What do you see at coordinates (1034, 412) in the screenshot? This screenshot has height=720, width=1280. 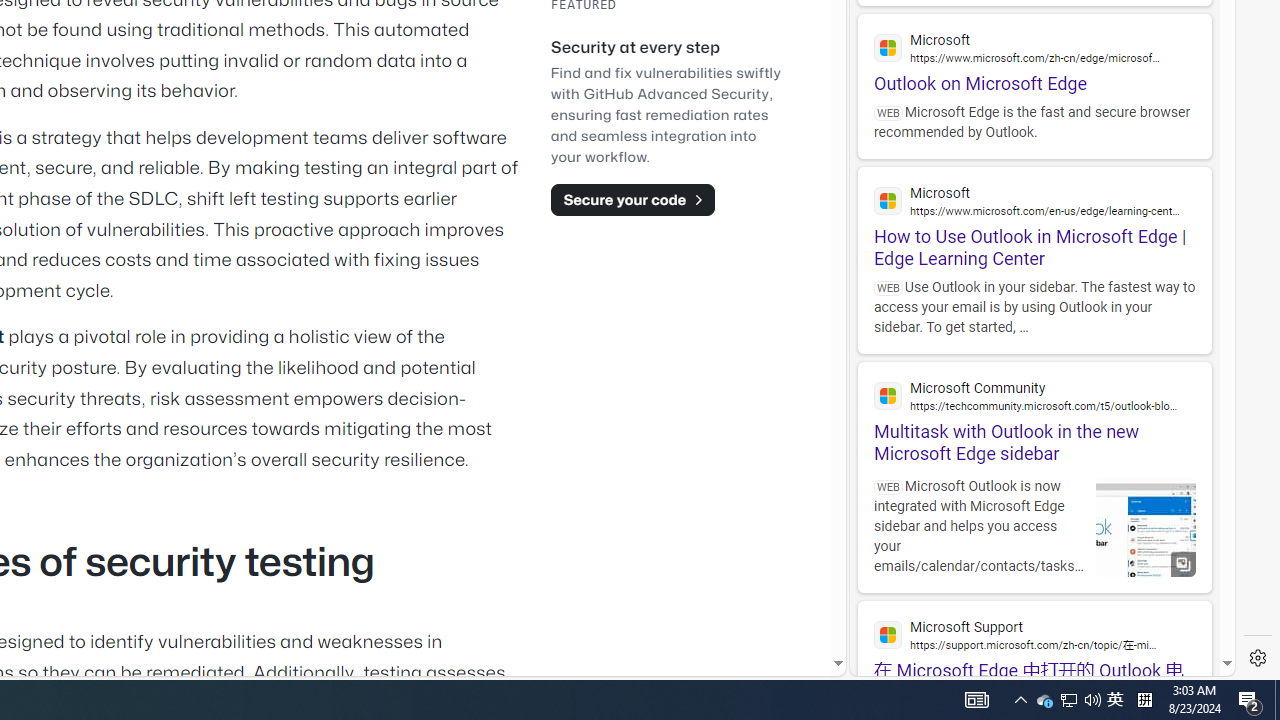 I see `'Multitask with Outlook in the new Microsoft Edge sidebar'` at bounding box center [1034, 412].